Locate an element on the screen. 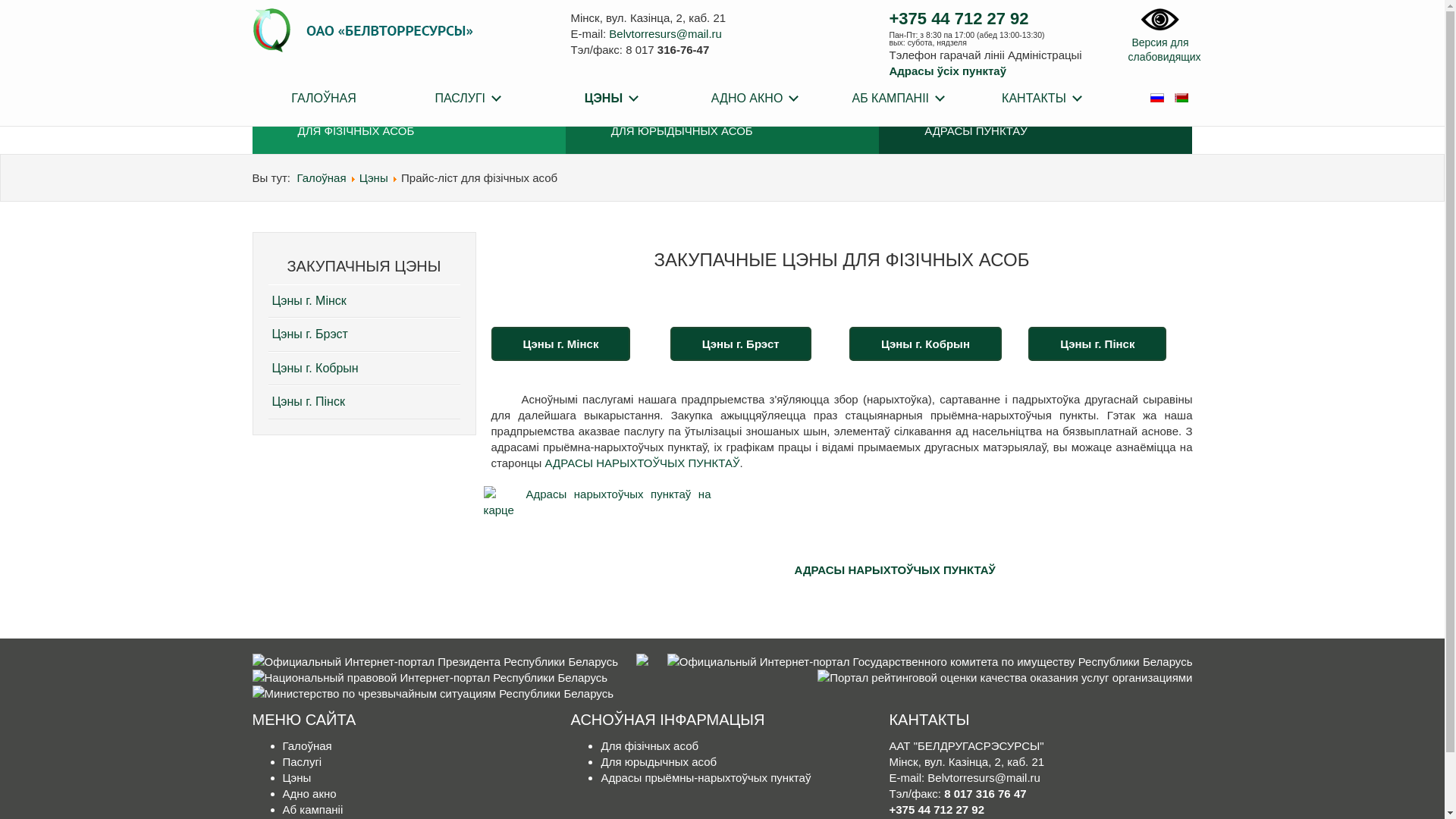 Image resolution: width=1456 pixels, height=819 pixels. 'Belvtorresurs@mail.ru' is located at coordinates (665, 33).